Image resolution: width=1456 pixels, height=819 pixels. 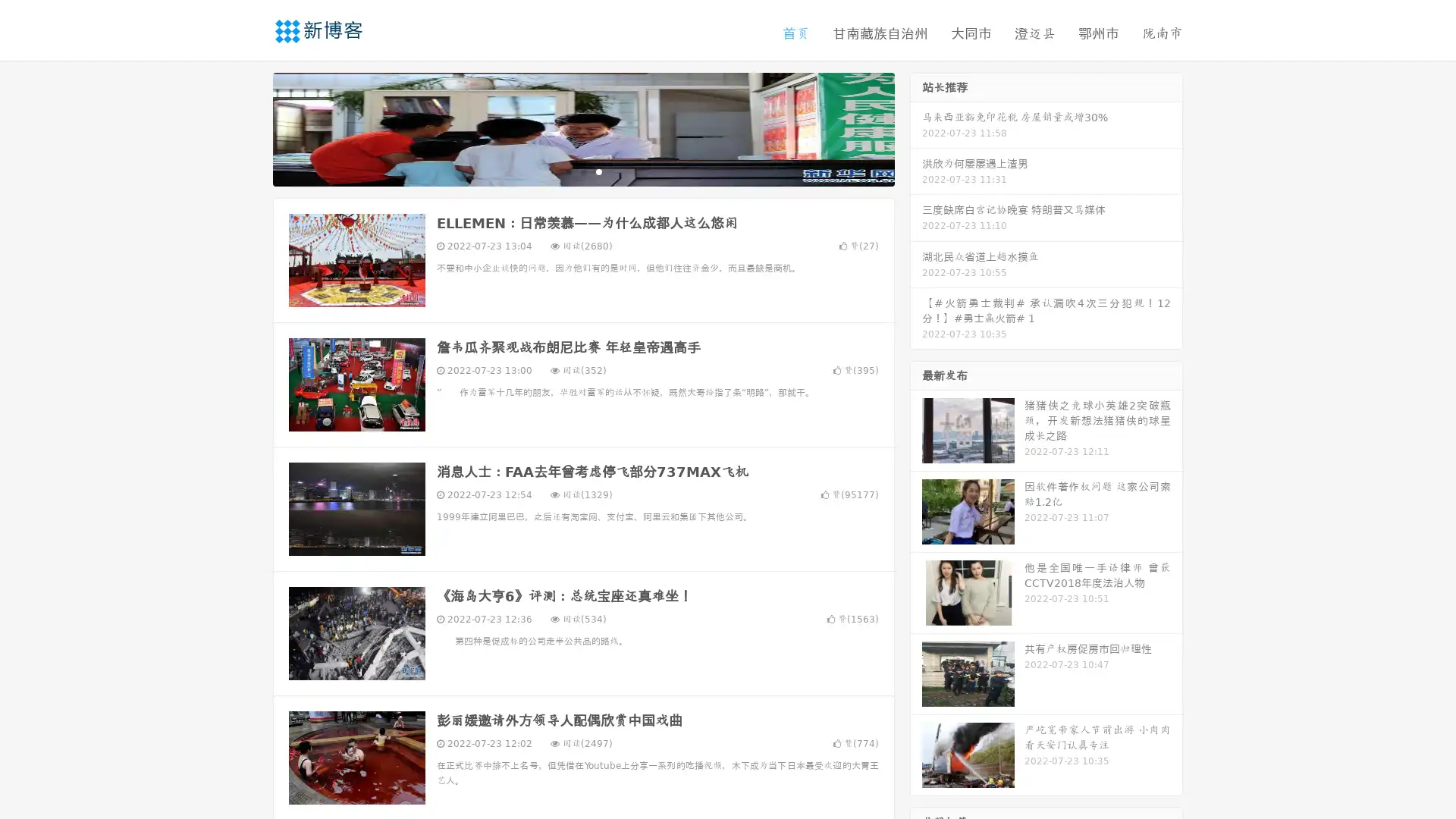 I want to click on Next slide, so click(x=916, y=127).